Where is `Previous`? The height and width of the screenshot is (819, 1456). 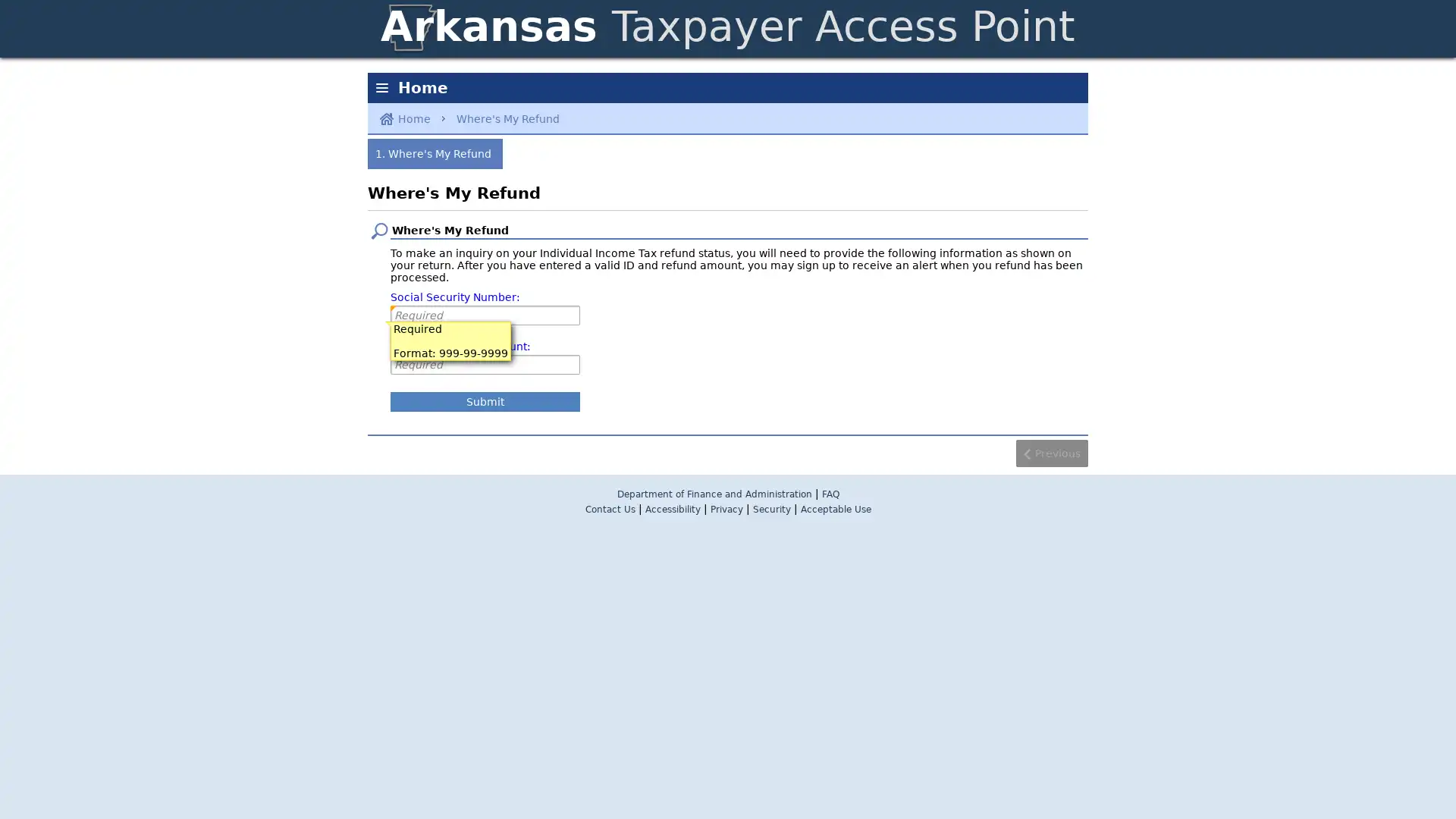
Previous is located at coordinates (1051, 452).